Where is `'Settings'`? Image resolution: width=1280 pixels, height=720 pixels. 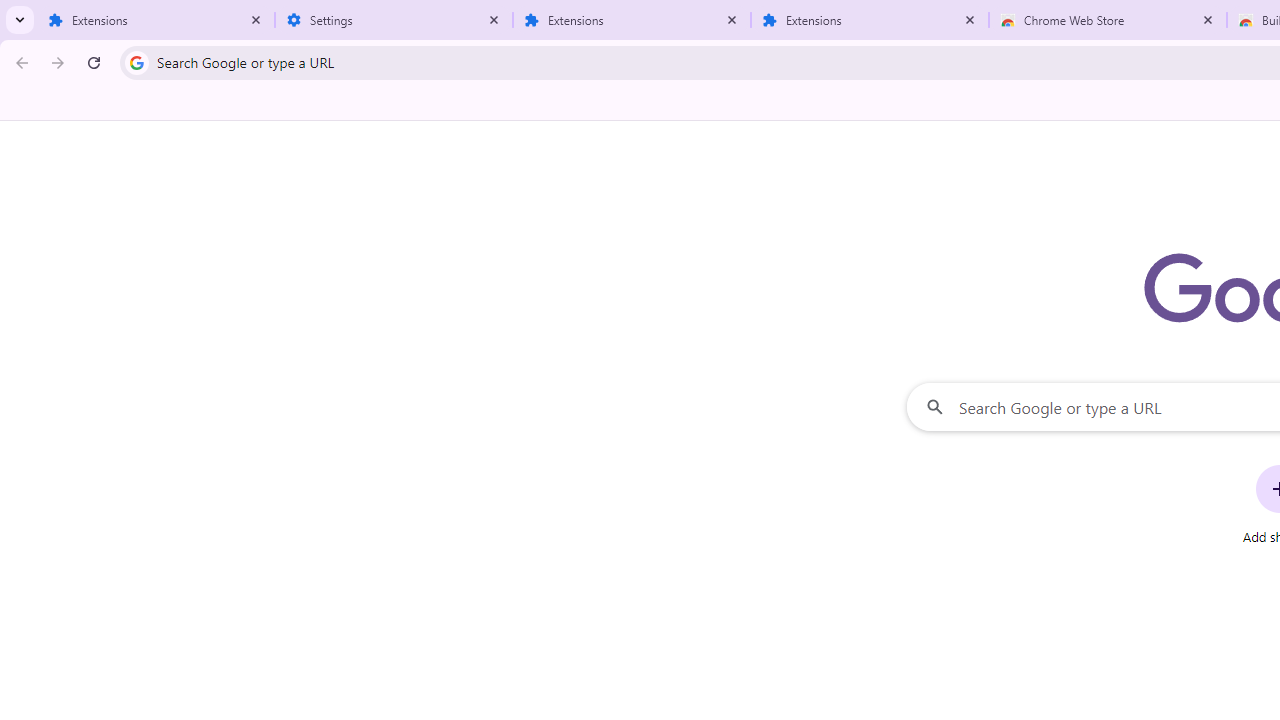 'Settings' is located at coordinates (394, 20).